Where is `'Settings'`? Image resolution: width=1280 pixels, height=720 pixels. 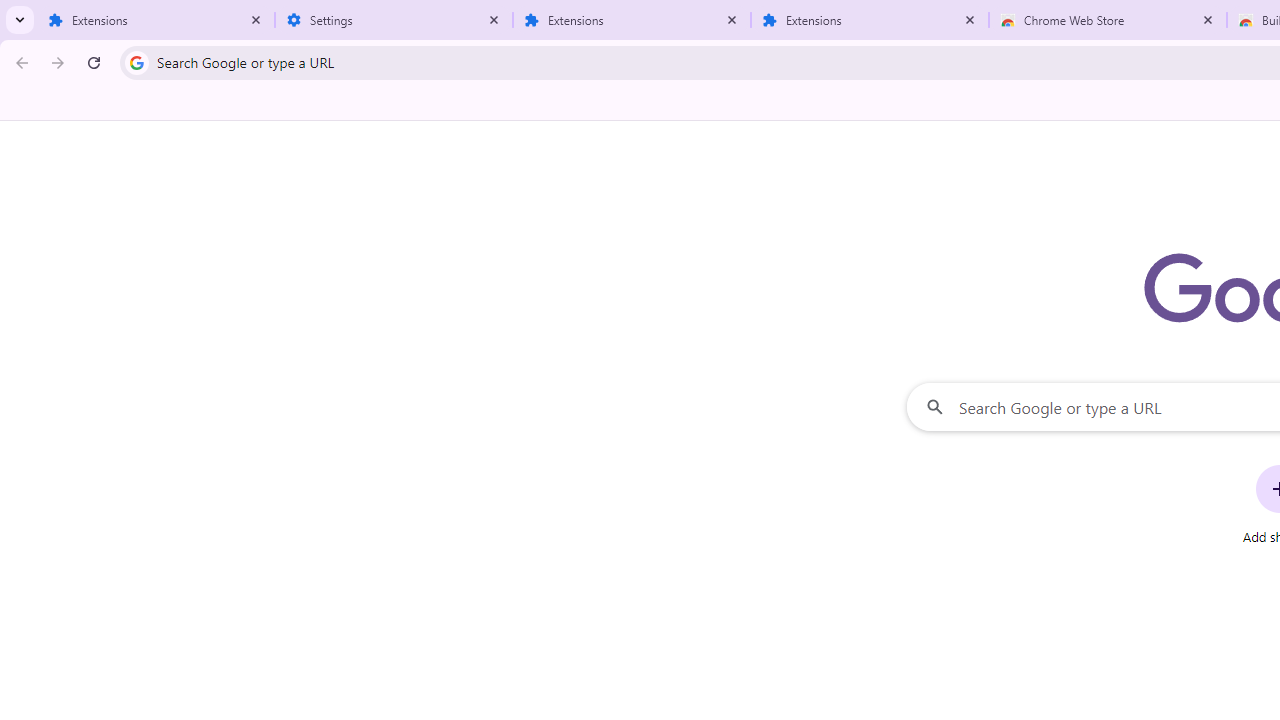 'Settings' is located at coordinates (394, 20).